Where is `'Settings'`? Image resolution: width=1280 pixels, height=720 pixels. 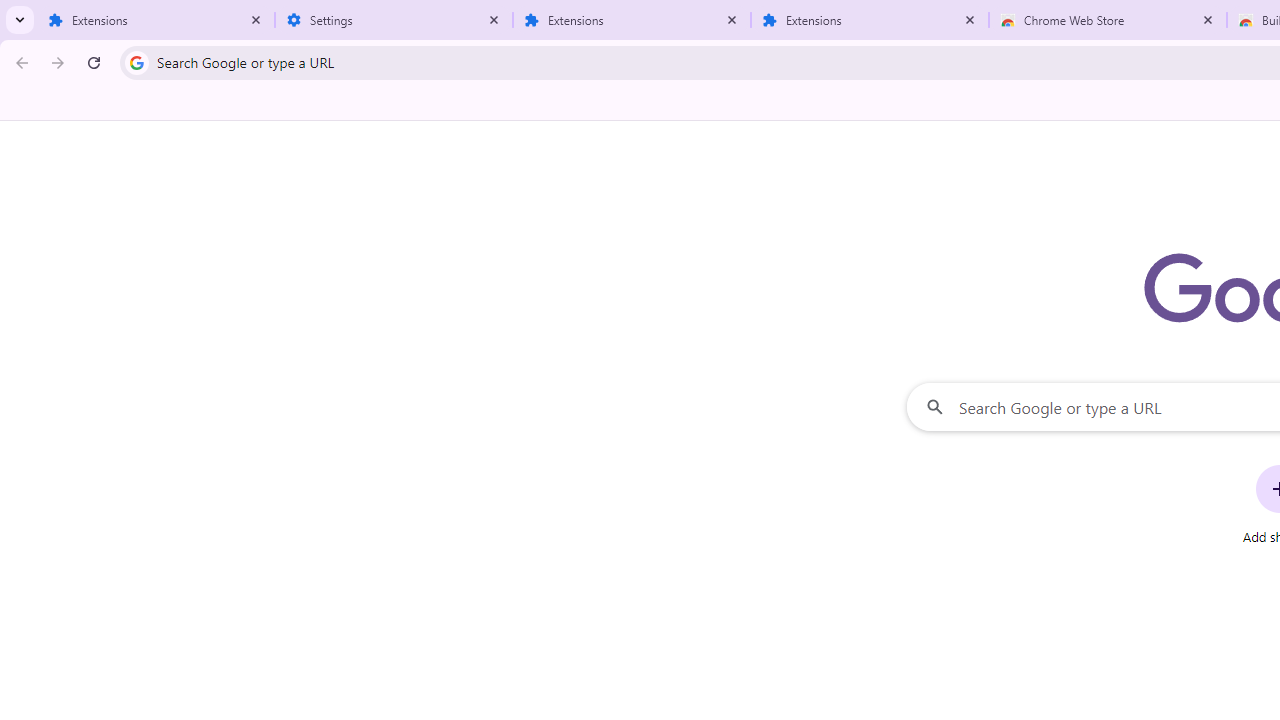 'Settings' is located at coordinates (394, 20).